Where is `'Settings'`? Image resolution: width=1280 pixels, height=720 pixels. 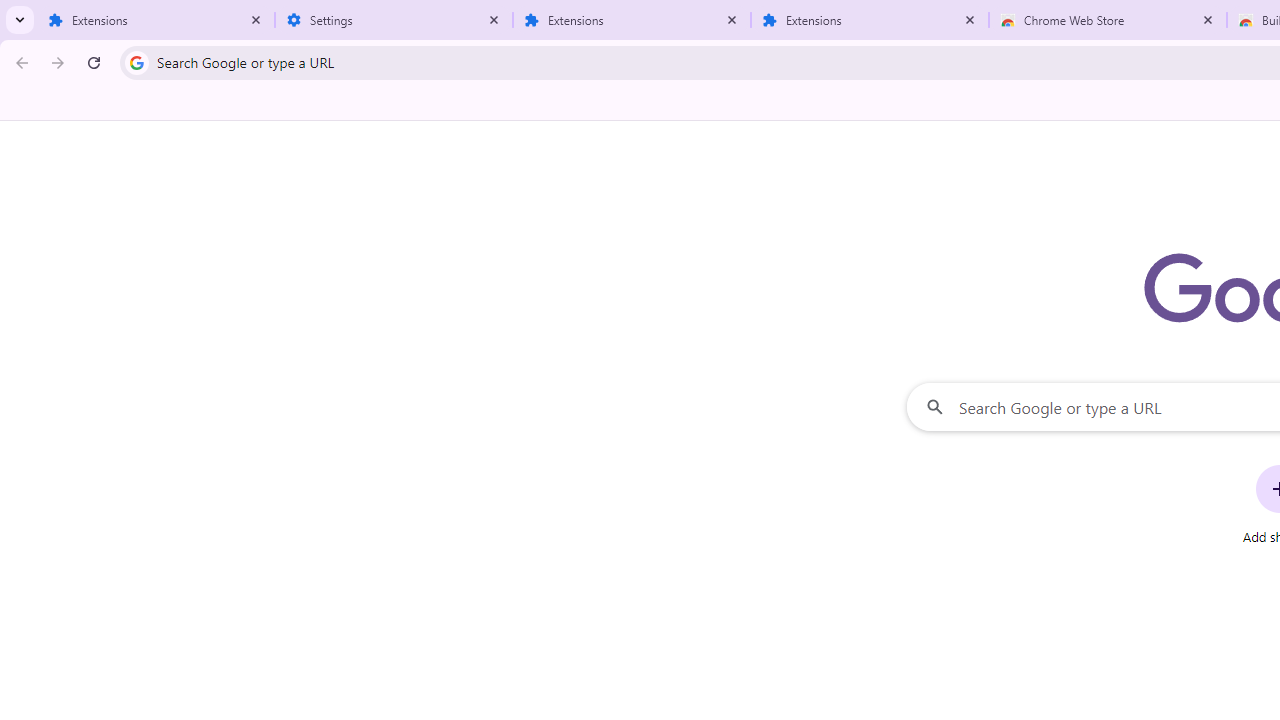 'Settings' is located at coordinates (394, 20).